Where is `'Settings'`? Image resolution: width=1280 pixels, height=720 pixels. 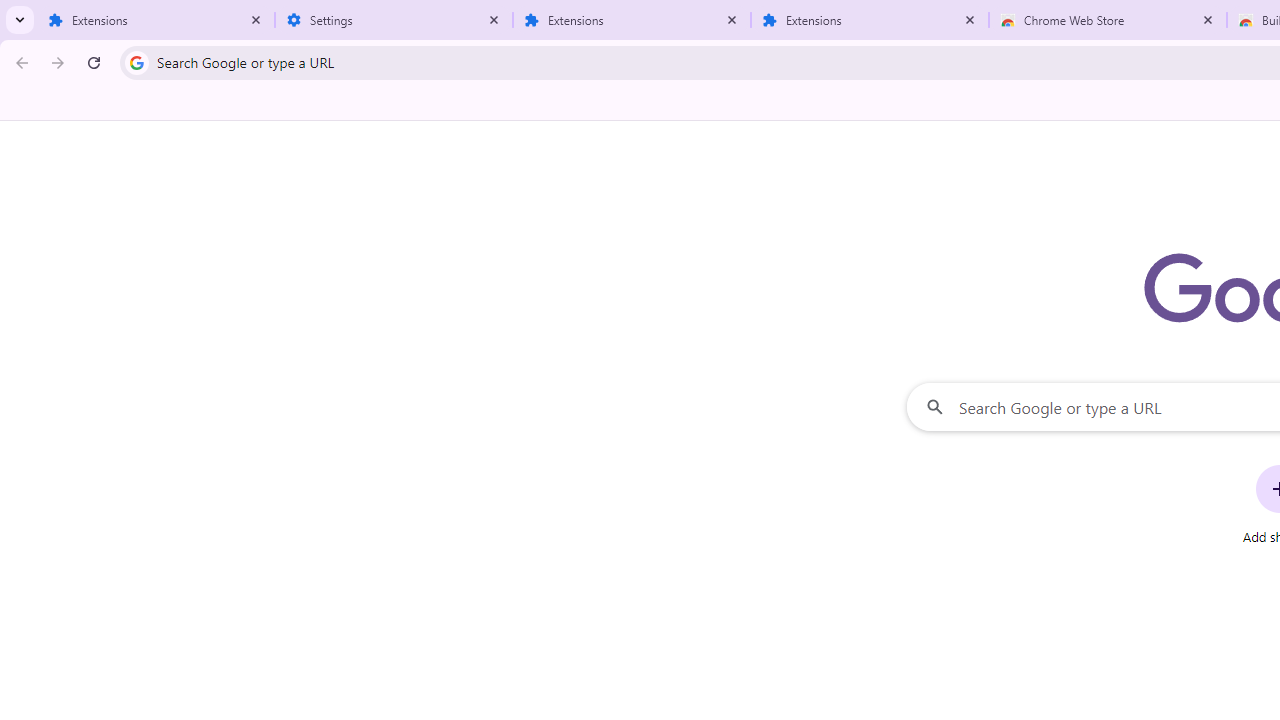 'Settings' is located at coordinates (394, 20).